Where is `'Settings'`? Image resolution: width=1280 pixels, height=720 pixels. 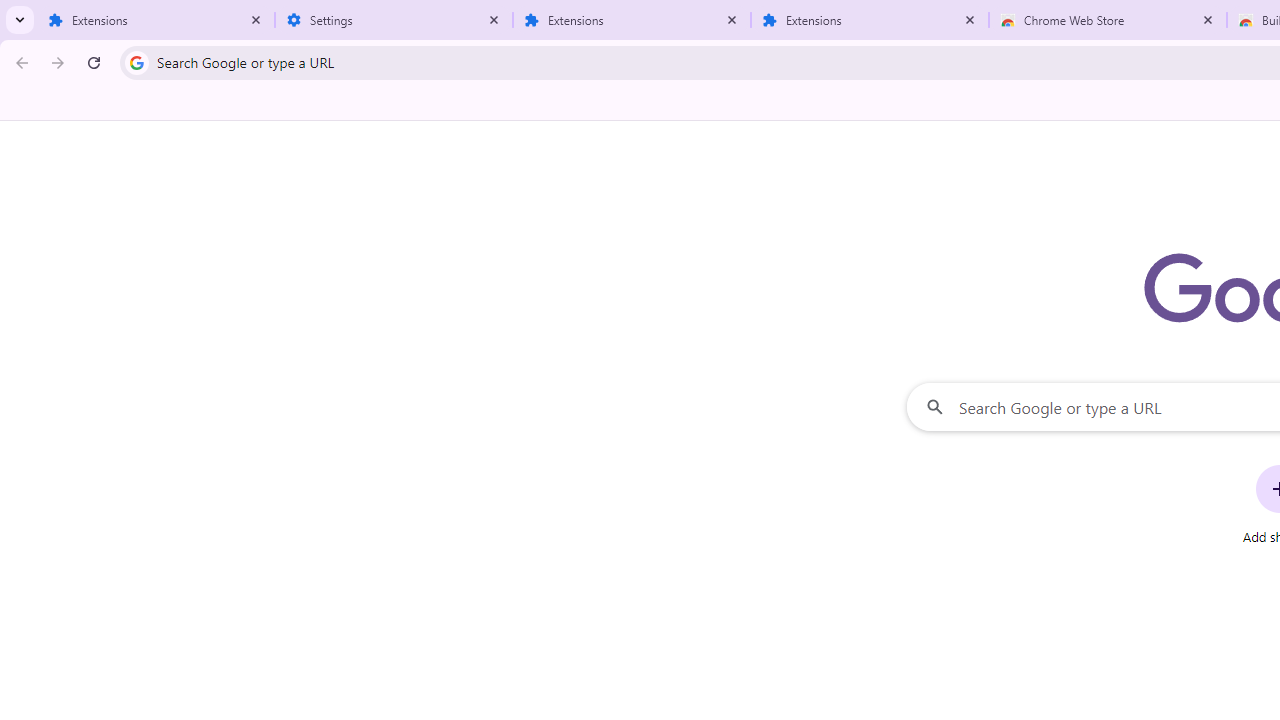 'Settings' is located at coordinates (394, 20).